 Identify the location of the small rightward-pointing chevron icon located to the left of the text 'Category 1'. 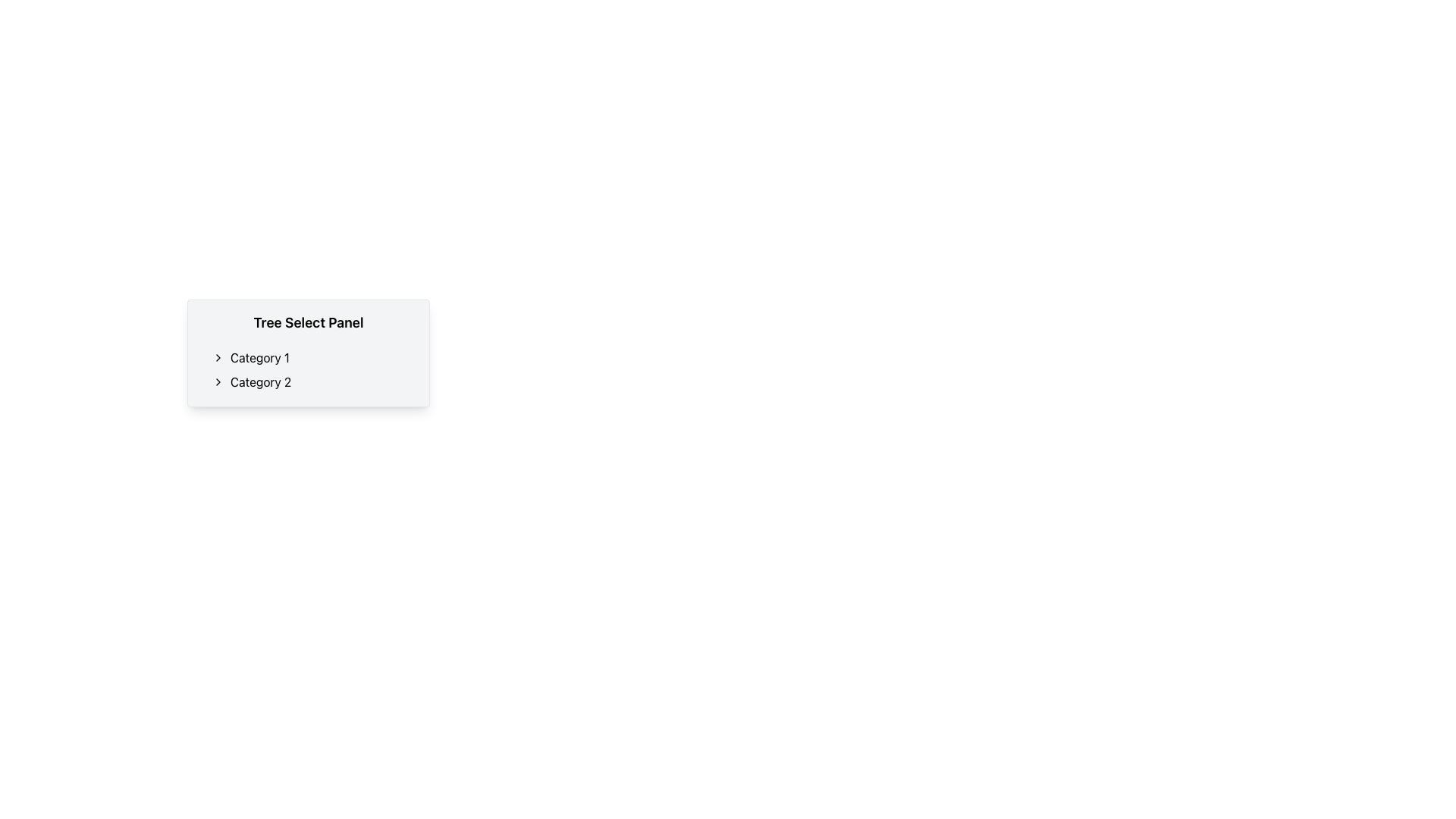
(218, 357).